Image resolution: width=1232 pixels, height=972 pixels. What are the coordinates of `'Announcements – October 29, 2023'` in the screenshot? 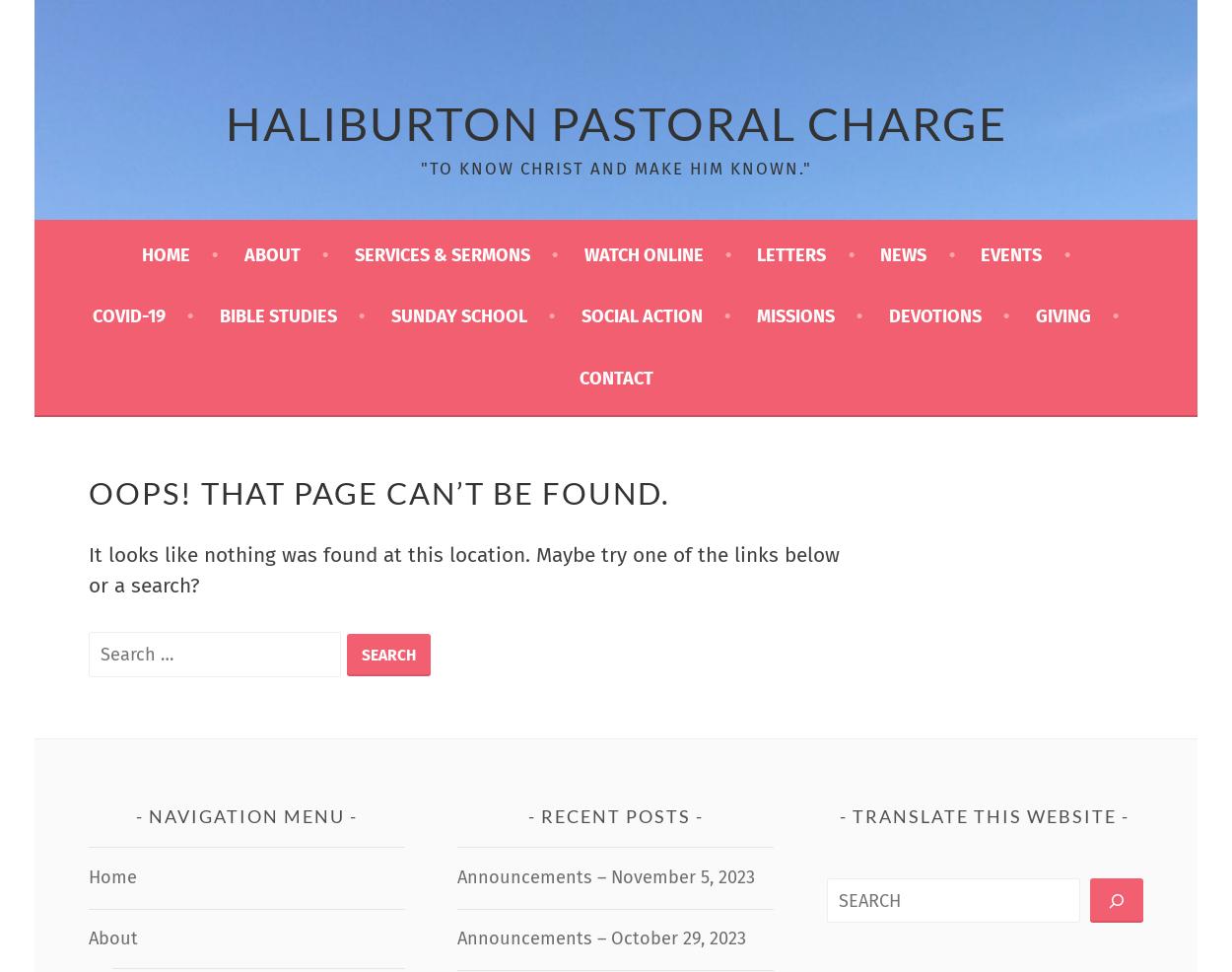 It's located at (455, 937).